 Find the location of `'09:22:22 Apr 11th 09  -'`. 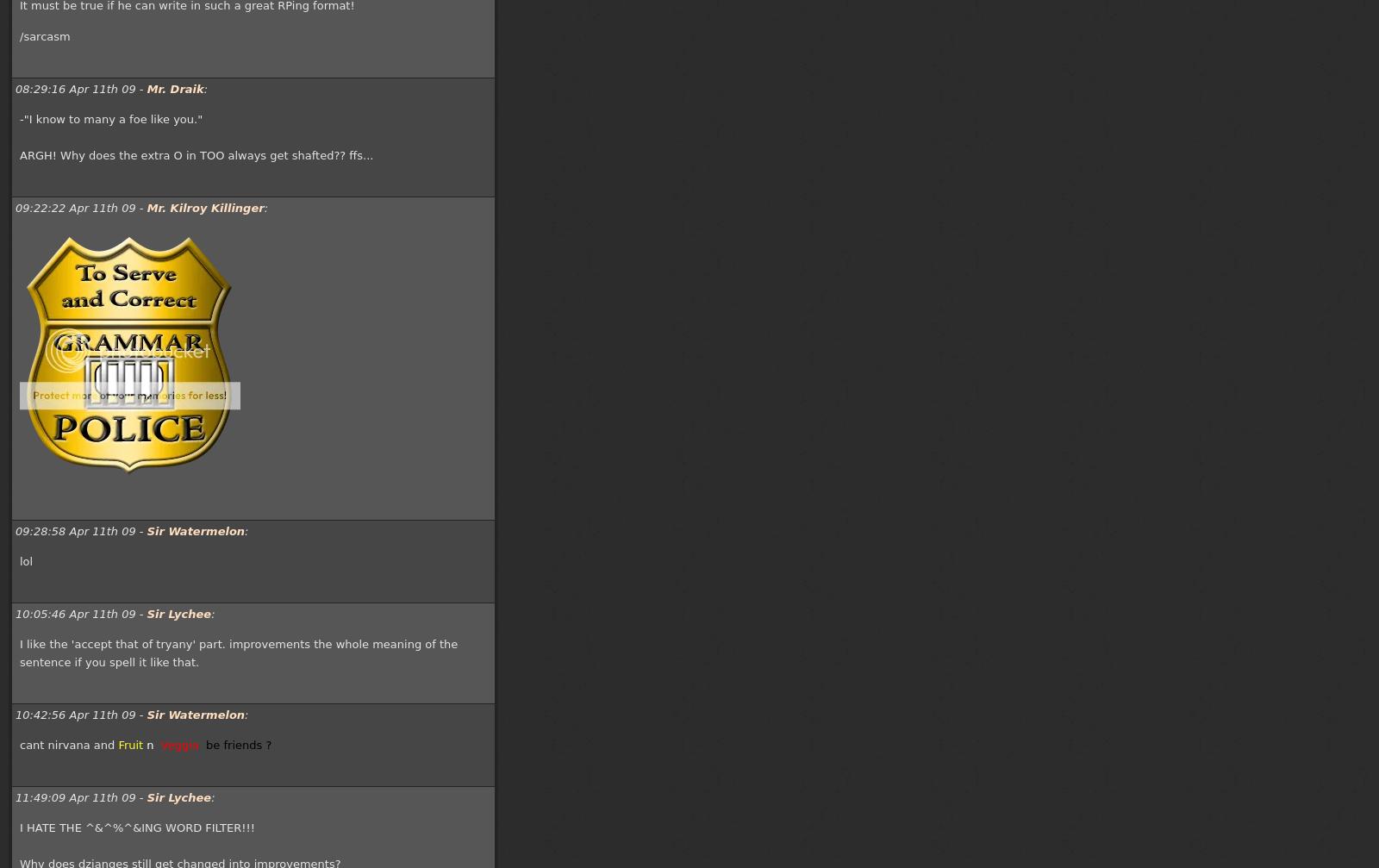

'09:22:22 Apr 11th 09  -' is located at coordinates (79, 208).